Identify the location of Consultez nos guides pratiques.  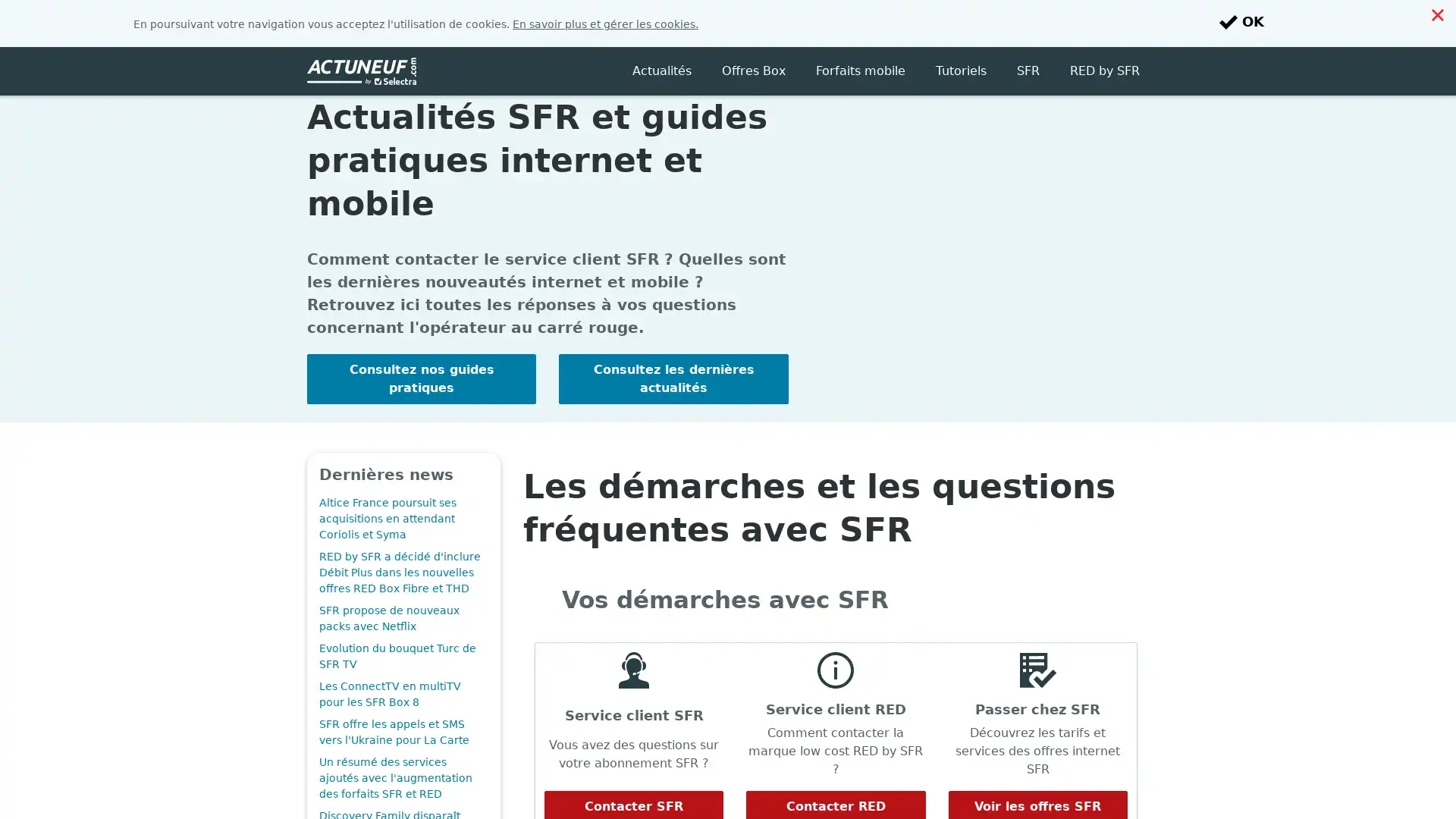
(422, 331).